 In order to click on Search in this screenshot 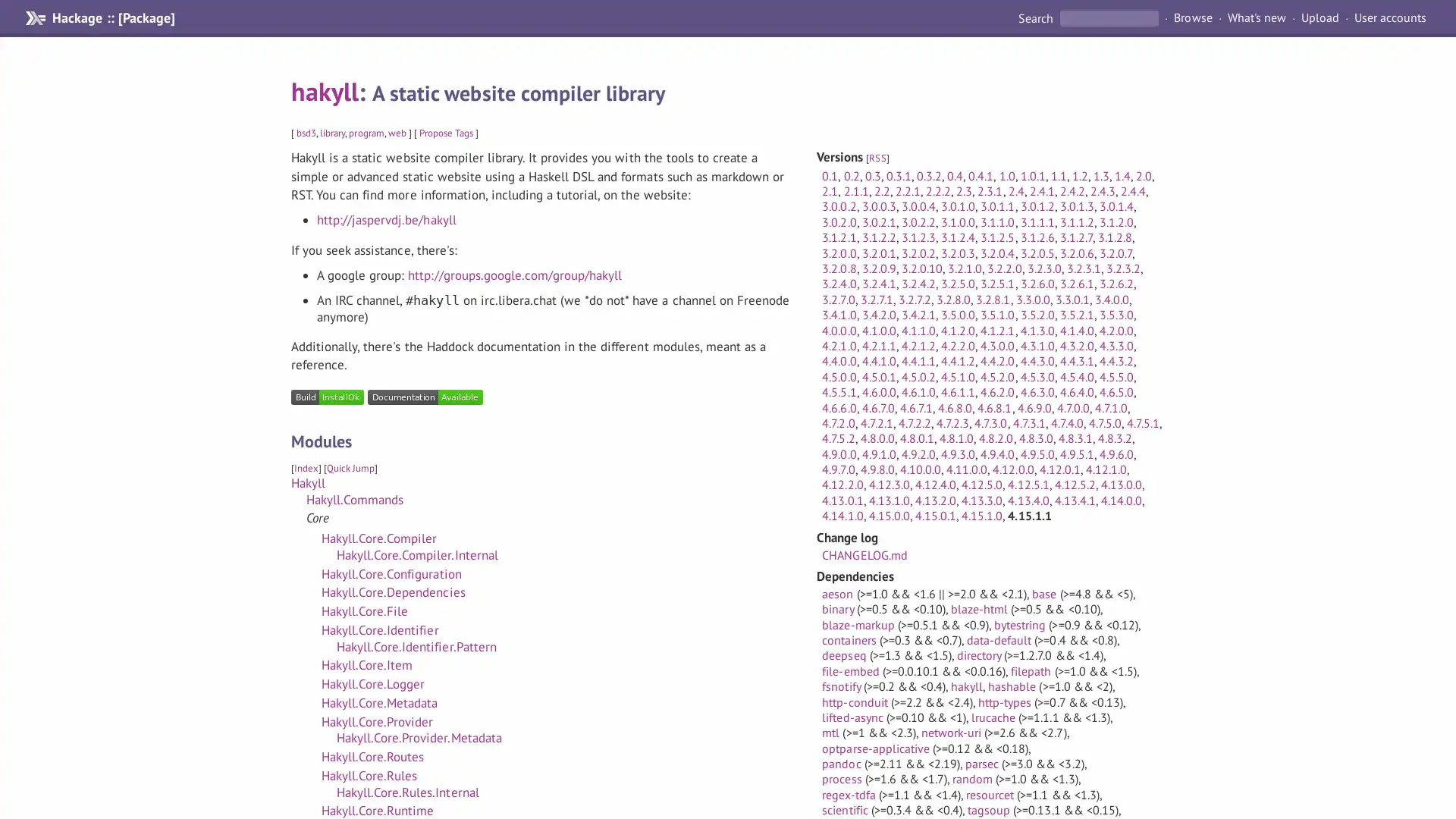, I will do `click(1036, 17)`.